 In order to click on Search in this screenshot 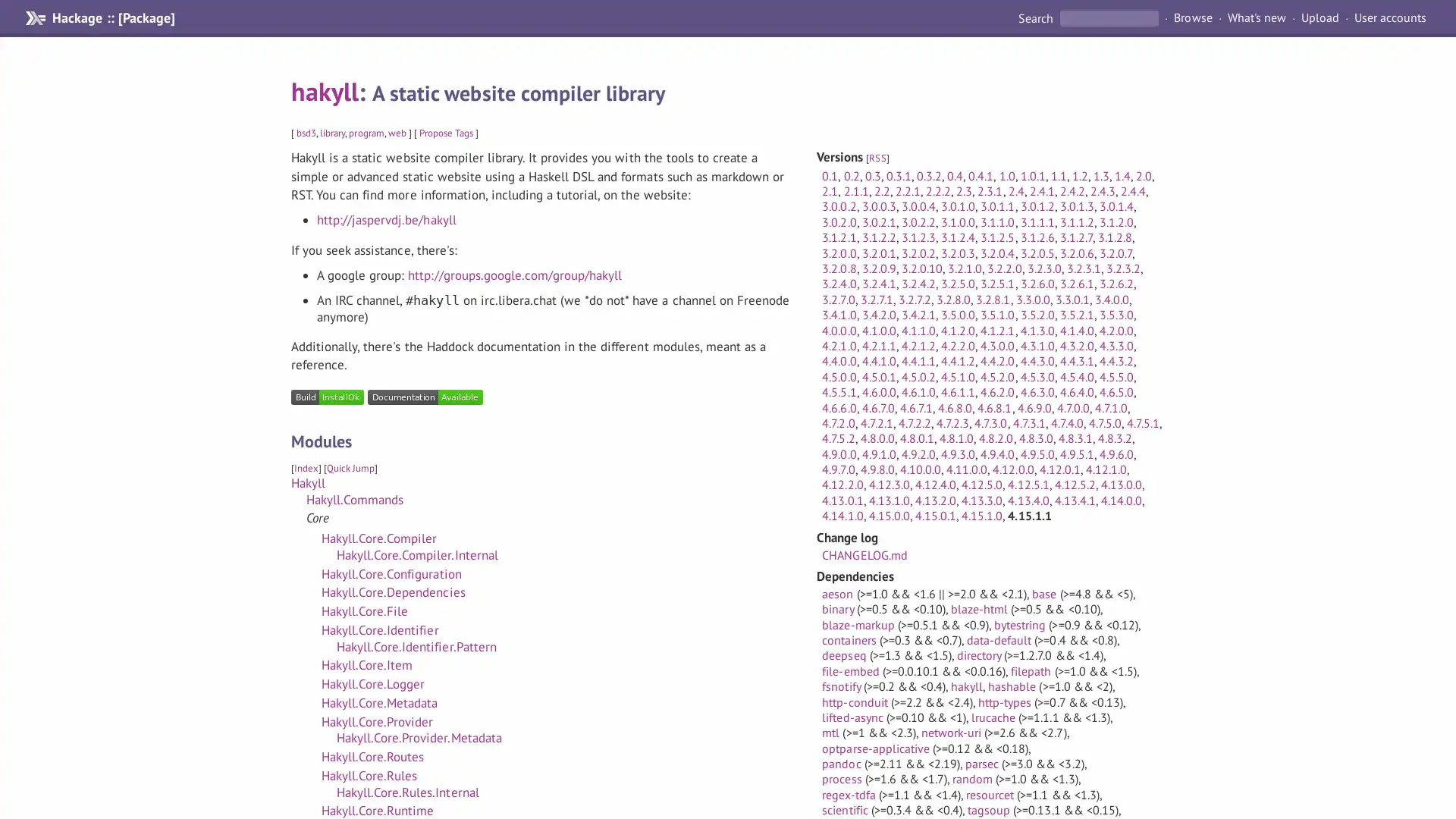, I will do `click(1036, 17)`.